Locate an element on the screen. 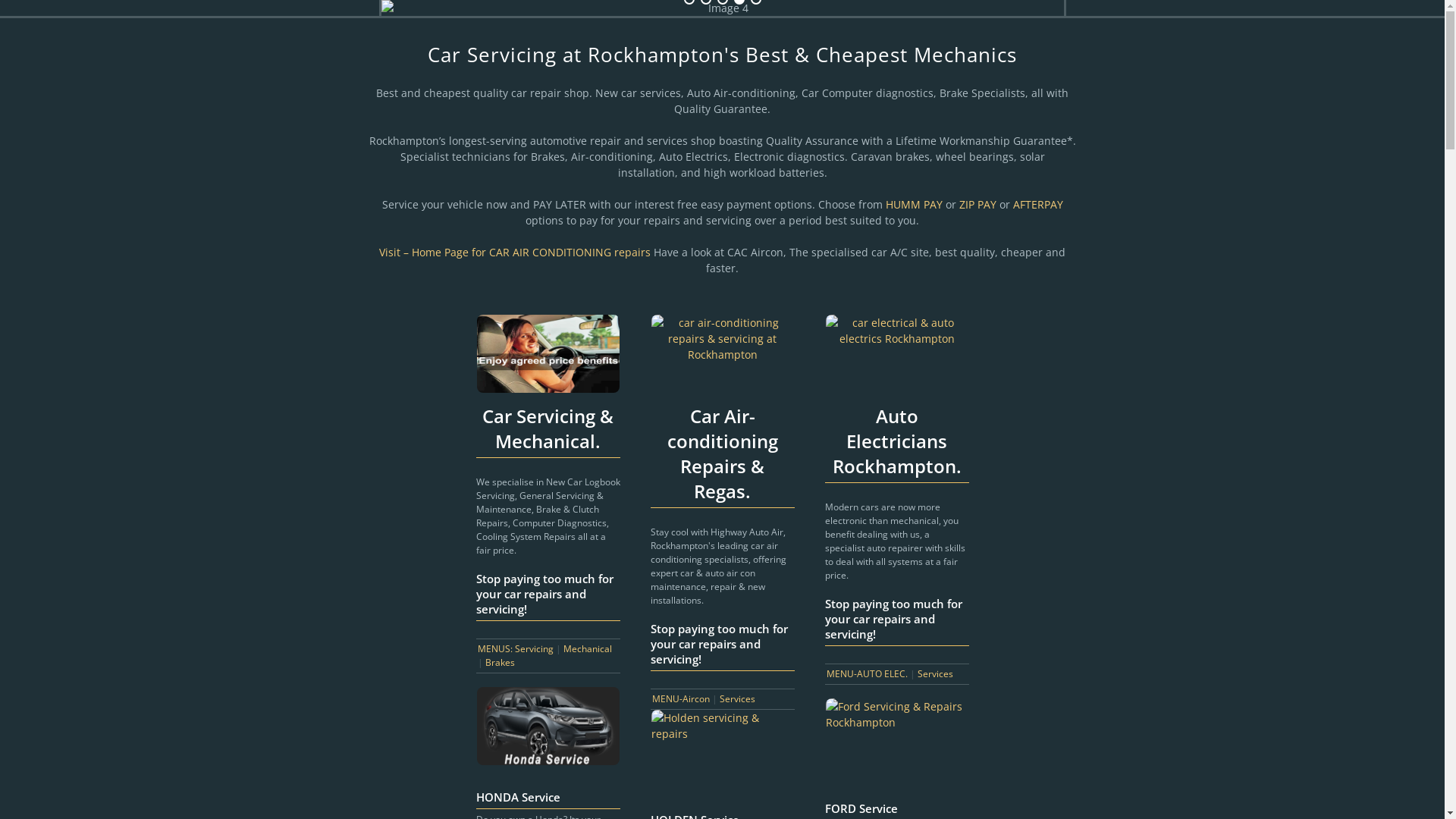 This screenshot has width=1456, height=819. 'HUMM PAY' is located at coordinates (912, 203).